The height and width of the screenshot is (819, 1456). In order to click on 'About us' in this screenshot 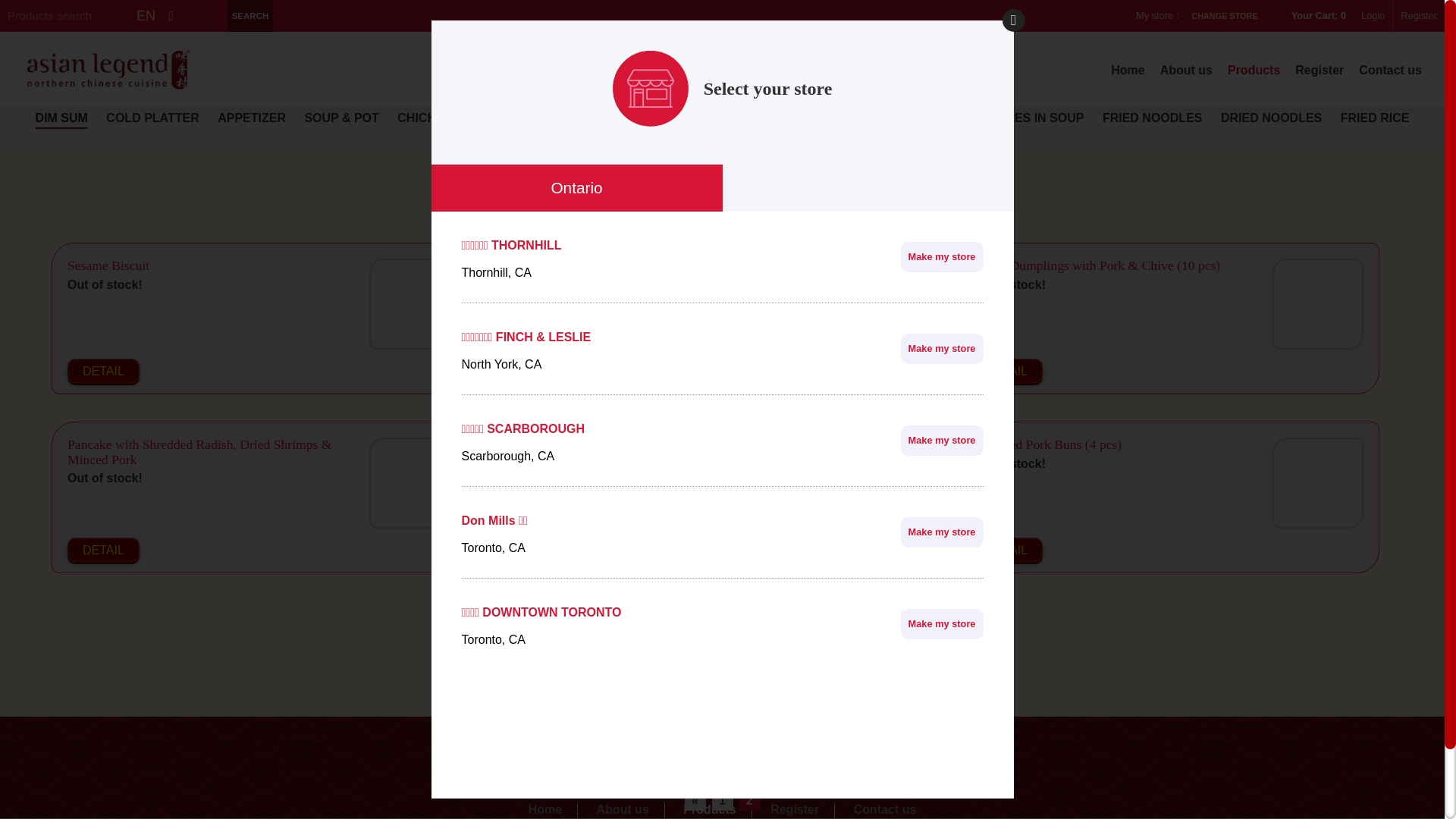, I will do `click(1159, 70)`.